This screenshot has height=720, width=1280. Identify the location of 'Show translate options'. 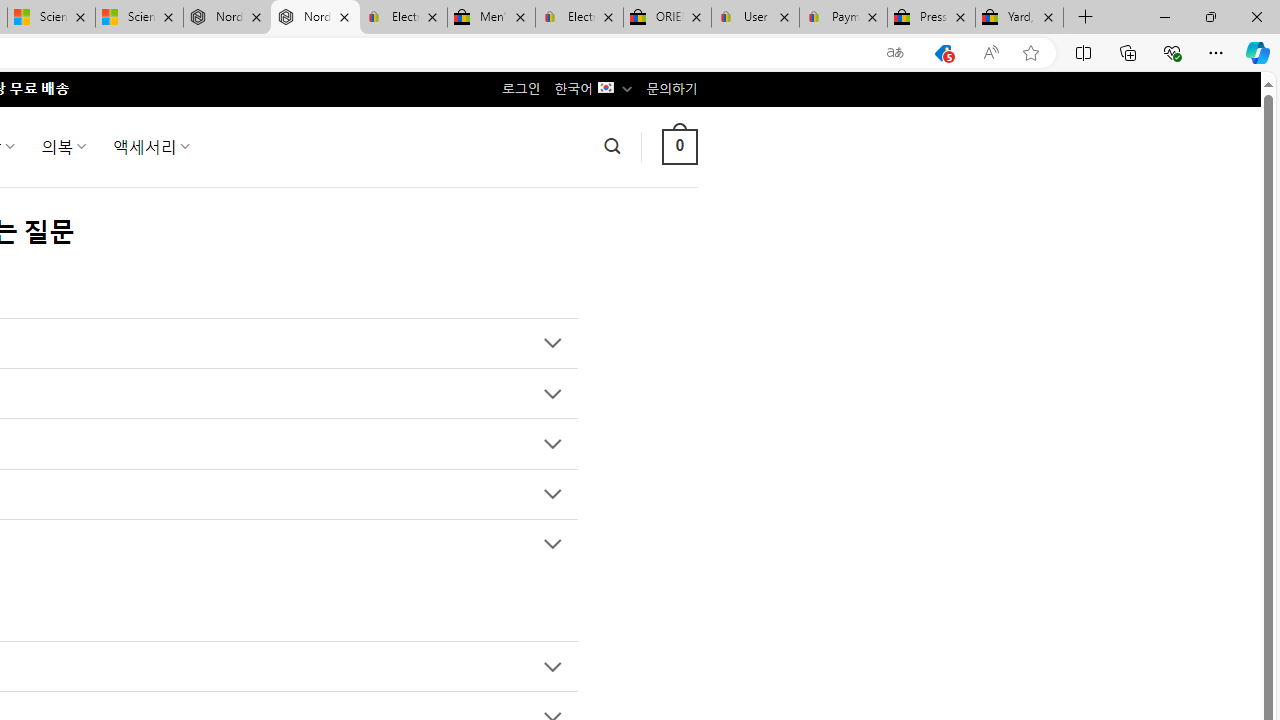
(894, 52).